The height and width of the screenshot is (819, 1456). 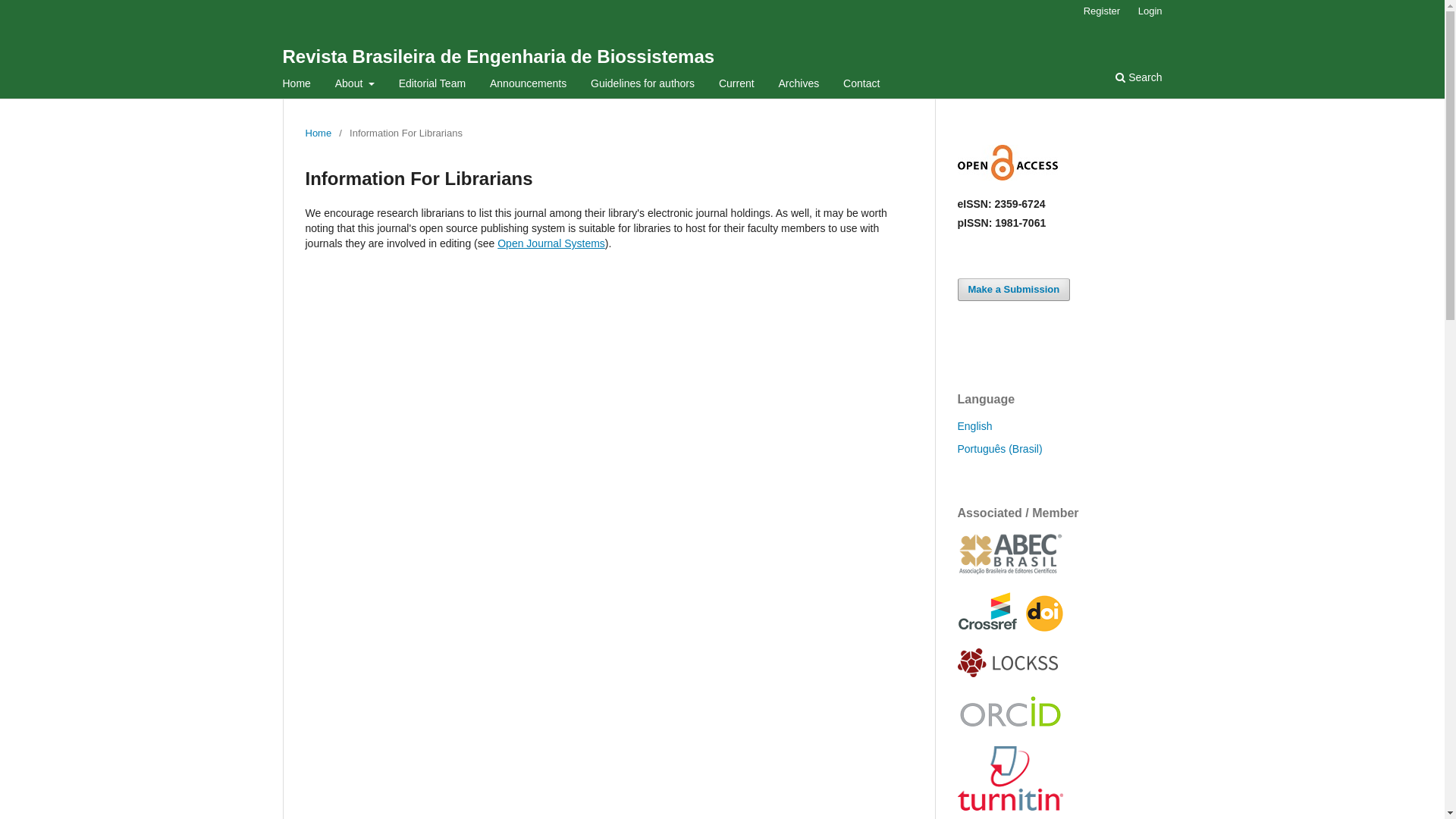 I want to click on 'Home', so click(x=317, y=133).